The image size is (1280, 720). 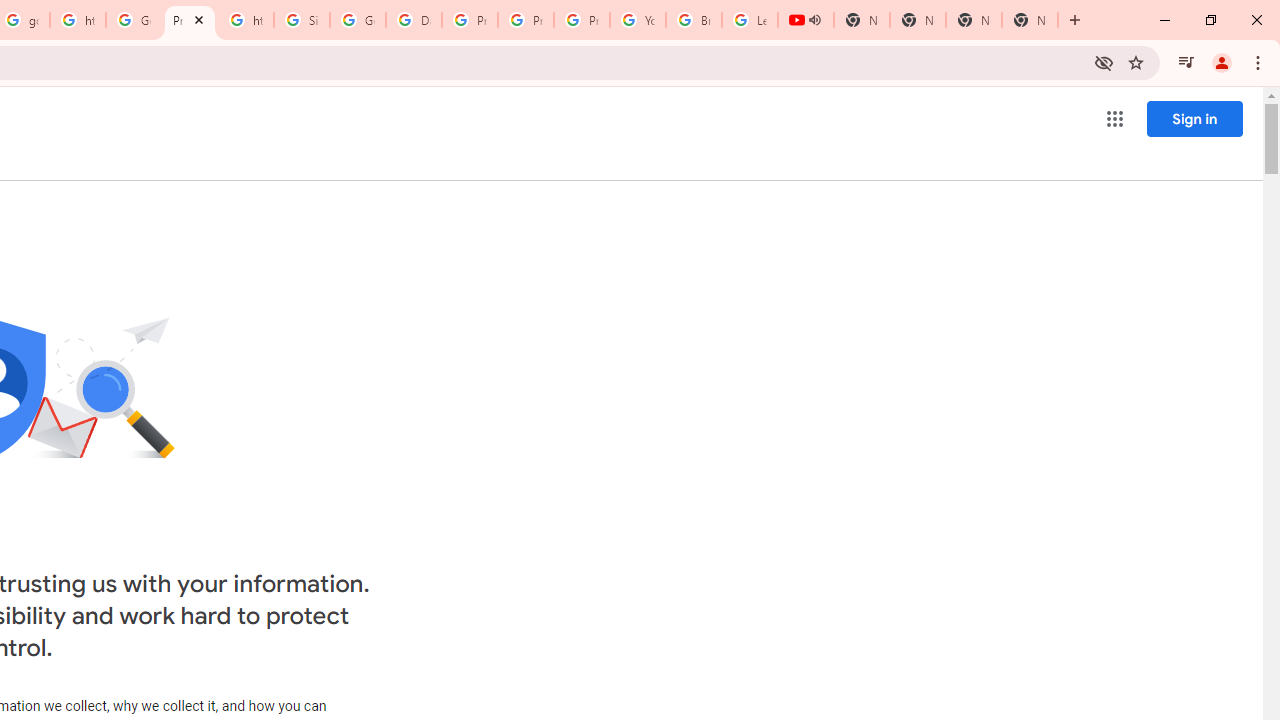 I want to click on 'Sign in - Google Accounts', so click(x=301, y=20).